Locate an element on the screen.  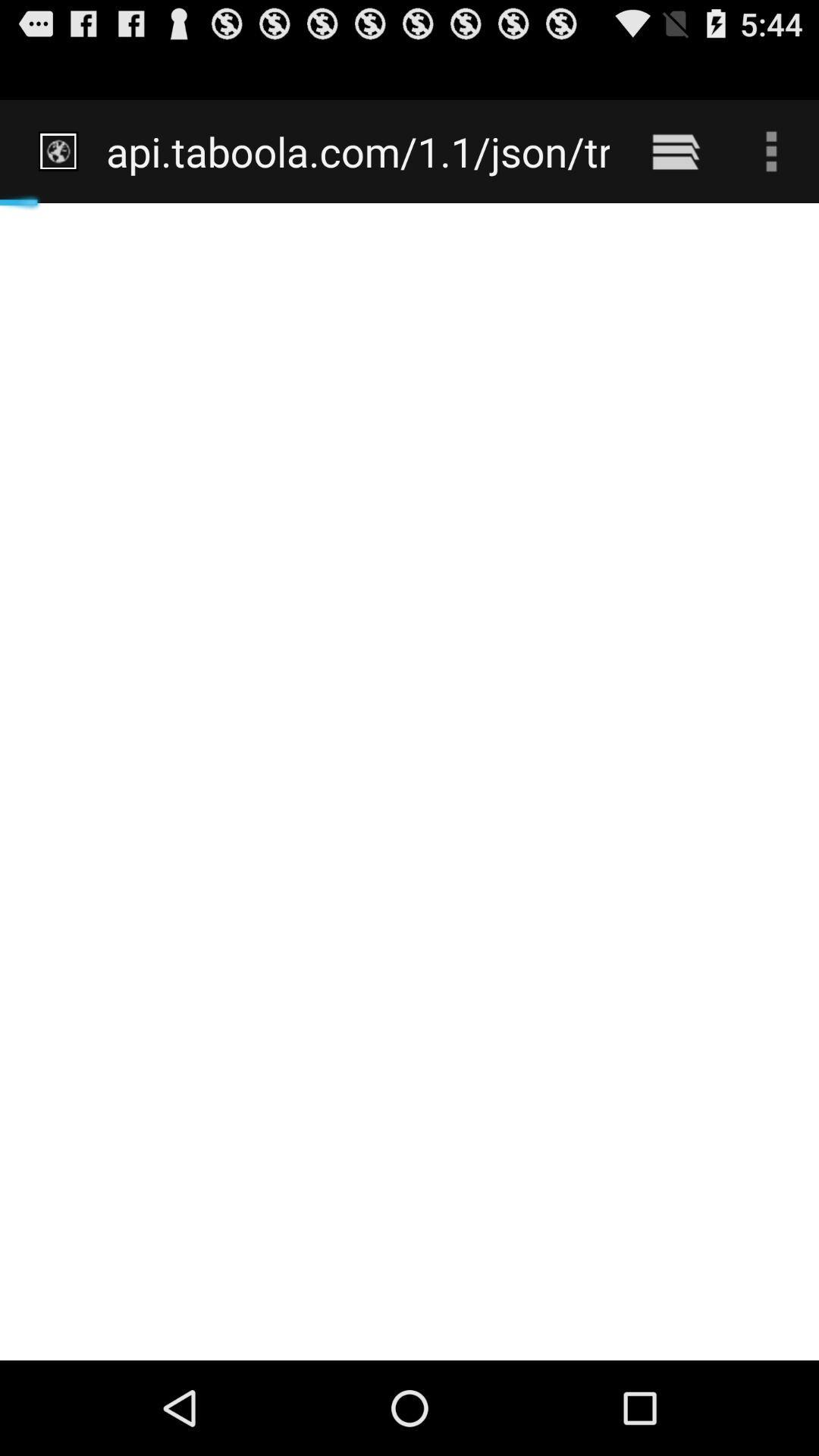
the title of the page is located at coordinates (346, 127).